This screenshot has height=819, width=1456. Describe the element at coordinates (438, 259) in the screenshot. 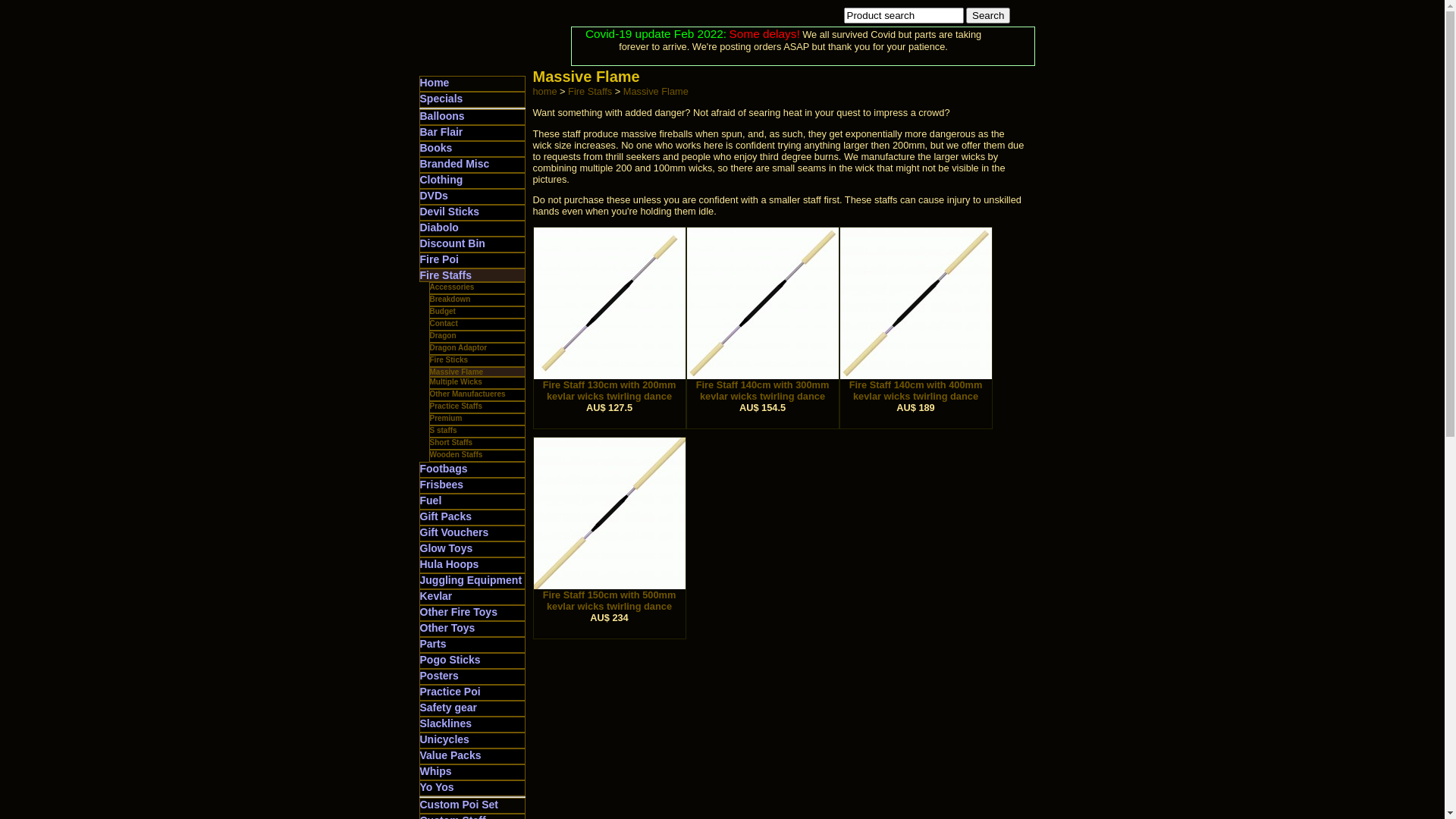

I see `'Fire Poi'` at that location.